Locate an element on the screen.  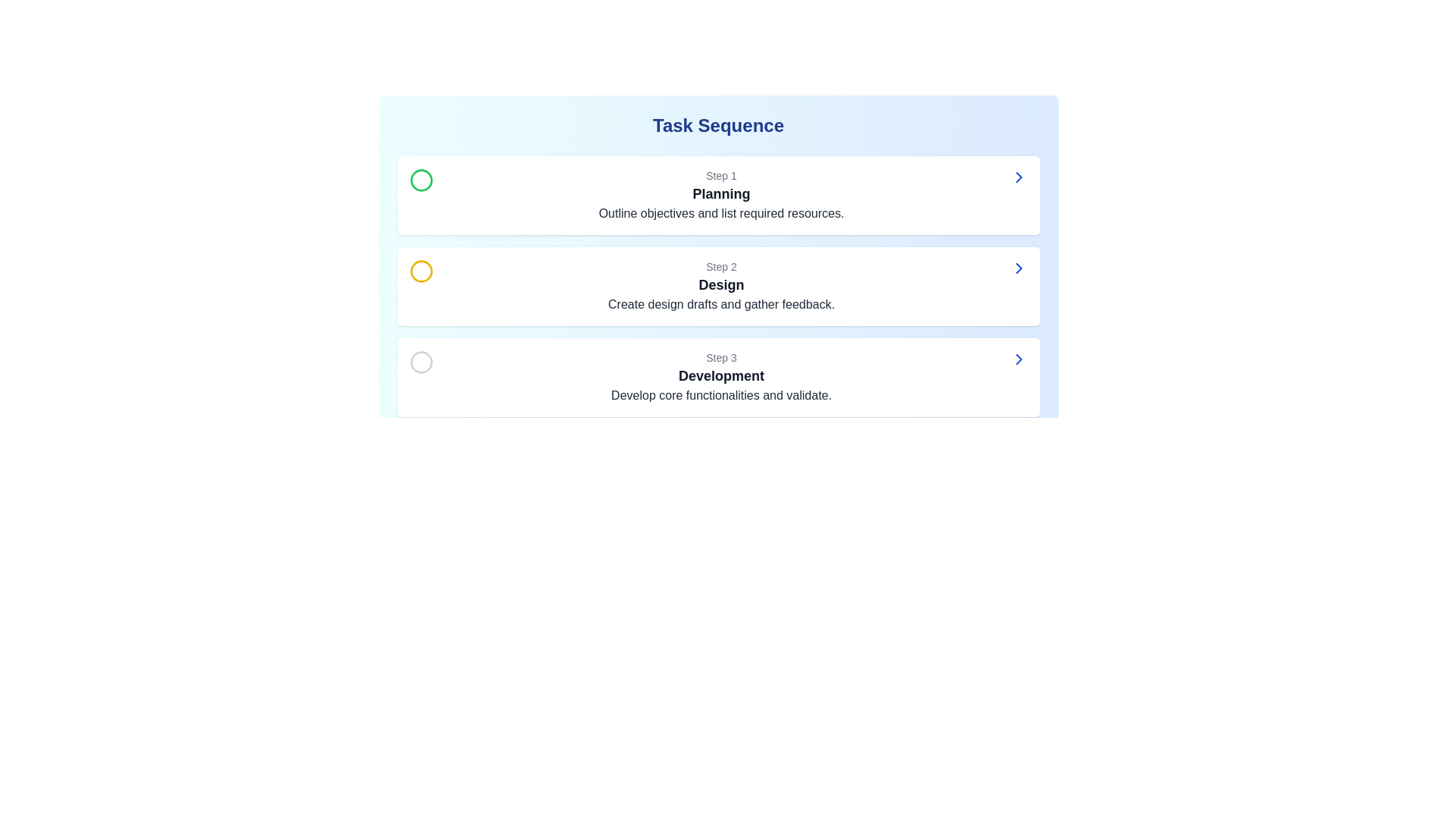
the navigation icon located at the rightmost side of the 'Step 3 Development' card, which indicates further details or actions related to this step is located at coordinates (1018, 359).